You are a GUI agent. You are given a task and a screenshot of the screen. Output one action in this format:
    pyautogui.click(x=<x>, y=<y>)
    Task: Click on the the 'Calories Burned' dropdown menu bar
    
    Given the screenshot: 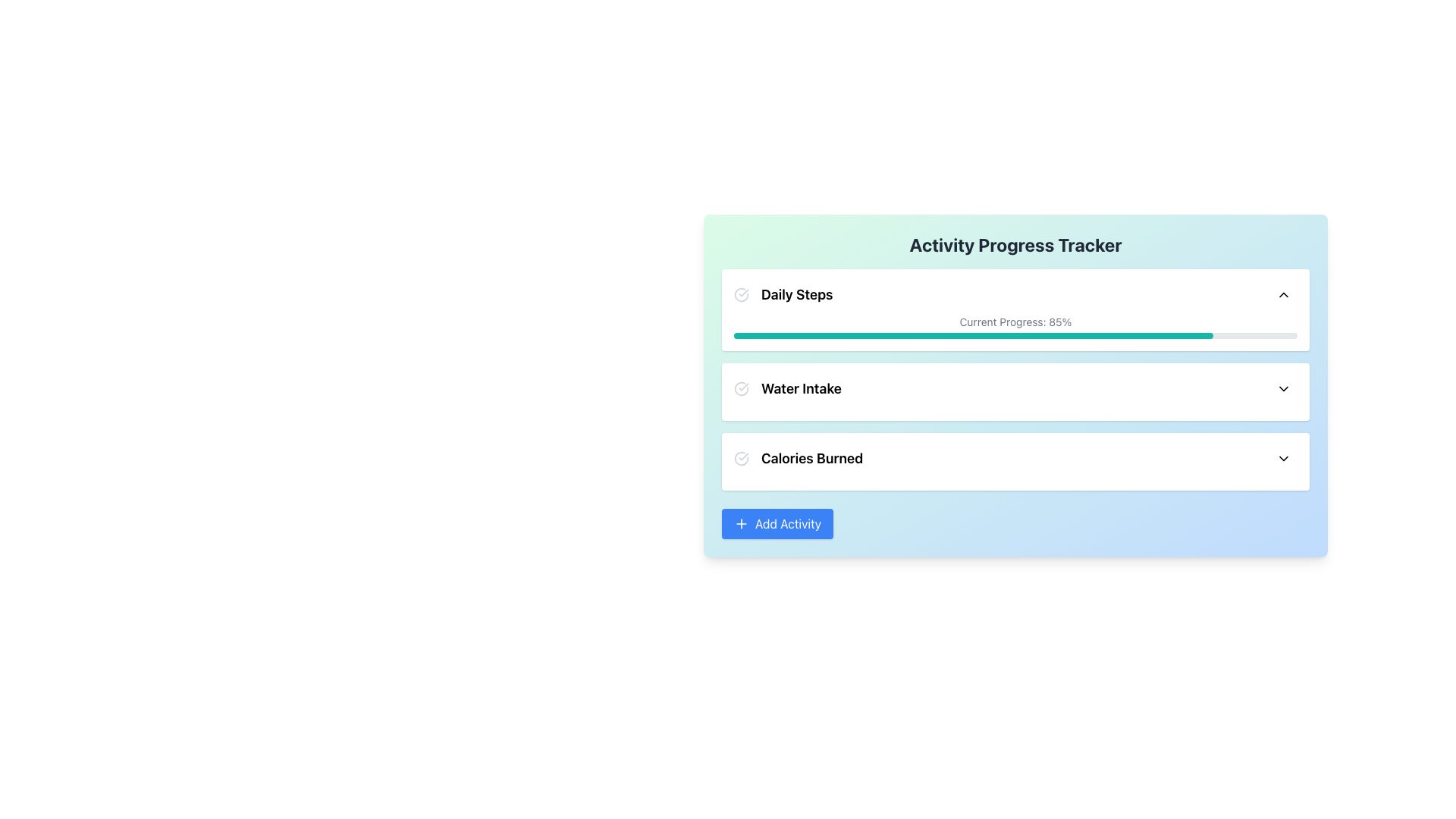 What is the action you would take?
    pyautogui.click(x=1015, y=458)
    